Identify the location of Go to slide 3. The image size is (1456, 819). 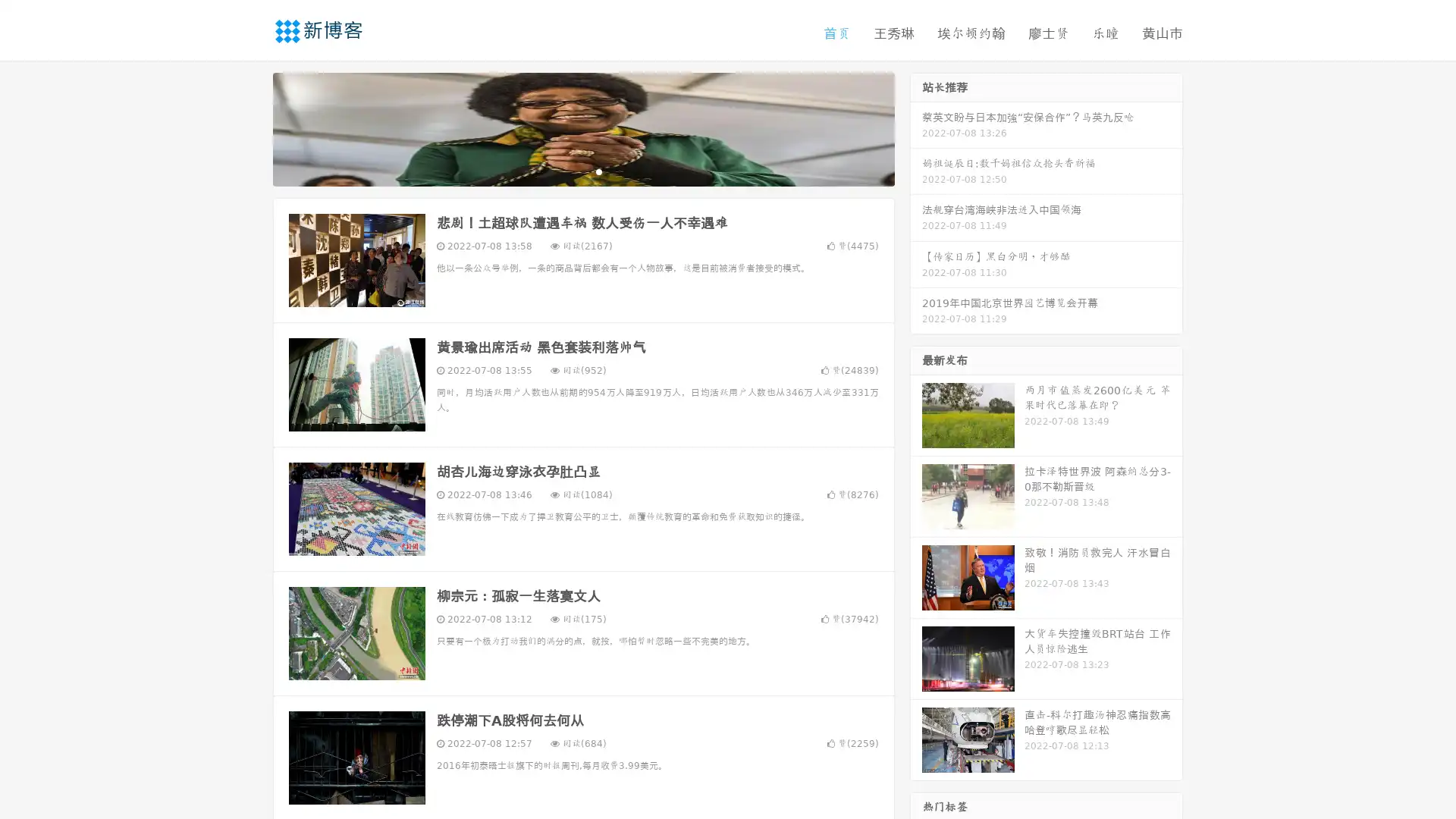
(598, 171).